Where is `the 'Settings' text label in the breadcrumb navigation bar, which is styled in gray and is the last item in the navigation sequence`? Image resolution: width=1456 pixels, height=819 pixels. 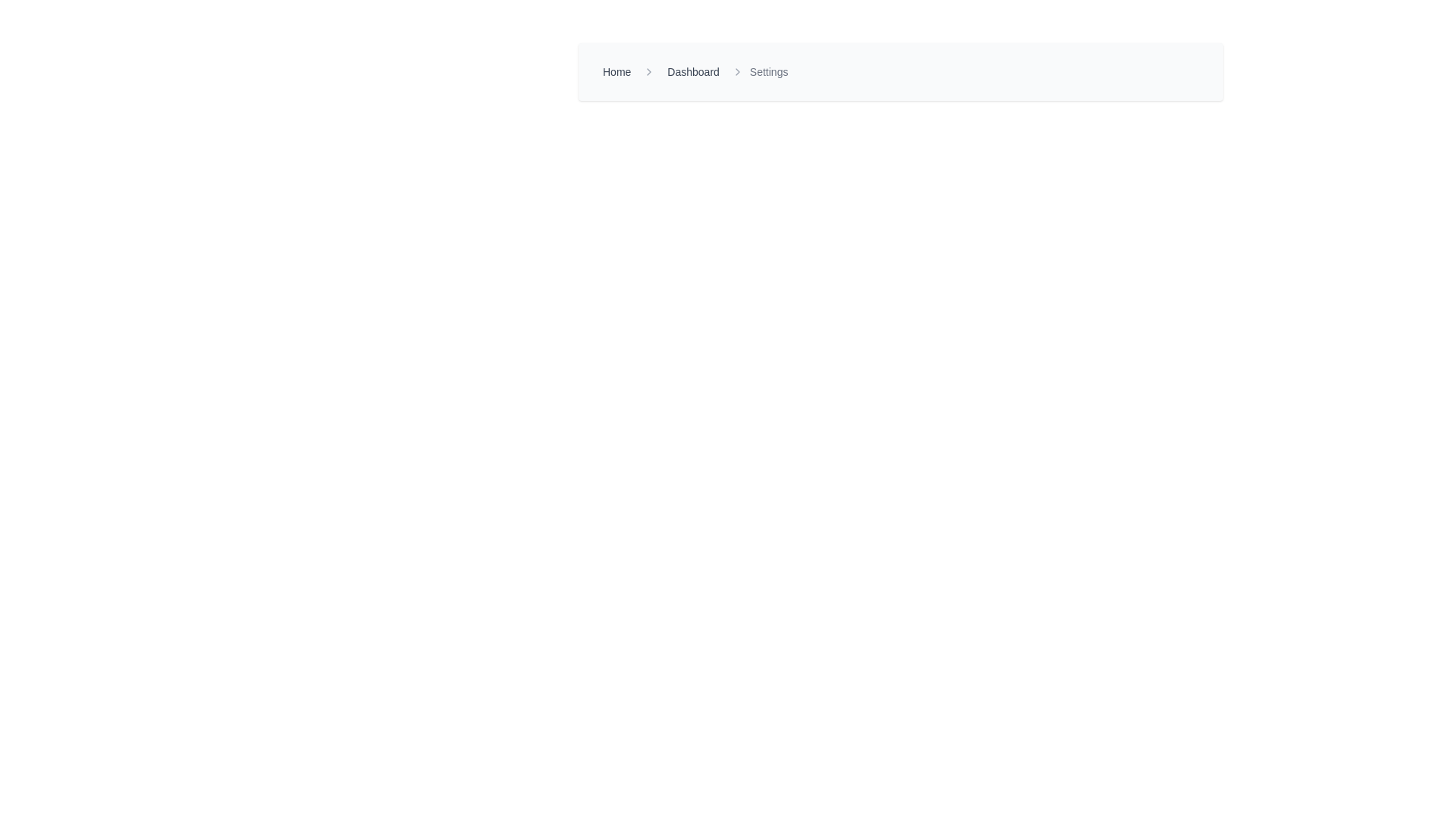 the 'Settings' text label in the breadcrumb navigation bar, which is styled in gray and is the last item in the navigation sequence is located at coordinates (769, 72).